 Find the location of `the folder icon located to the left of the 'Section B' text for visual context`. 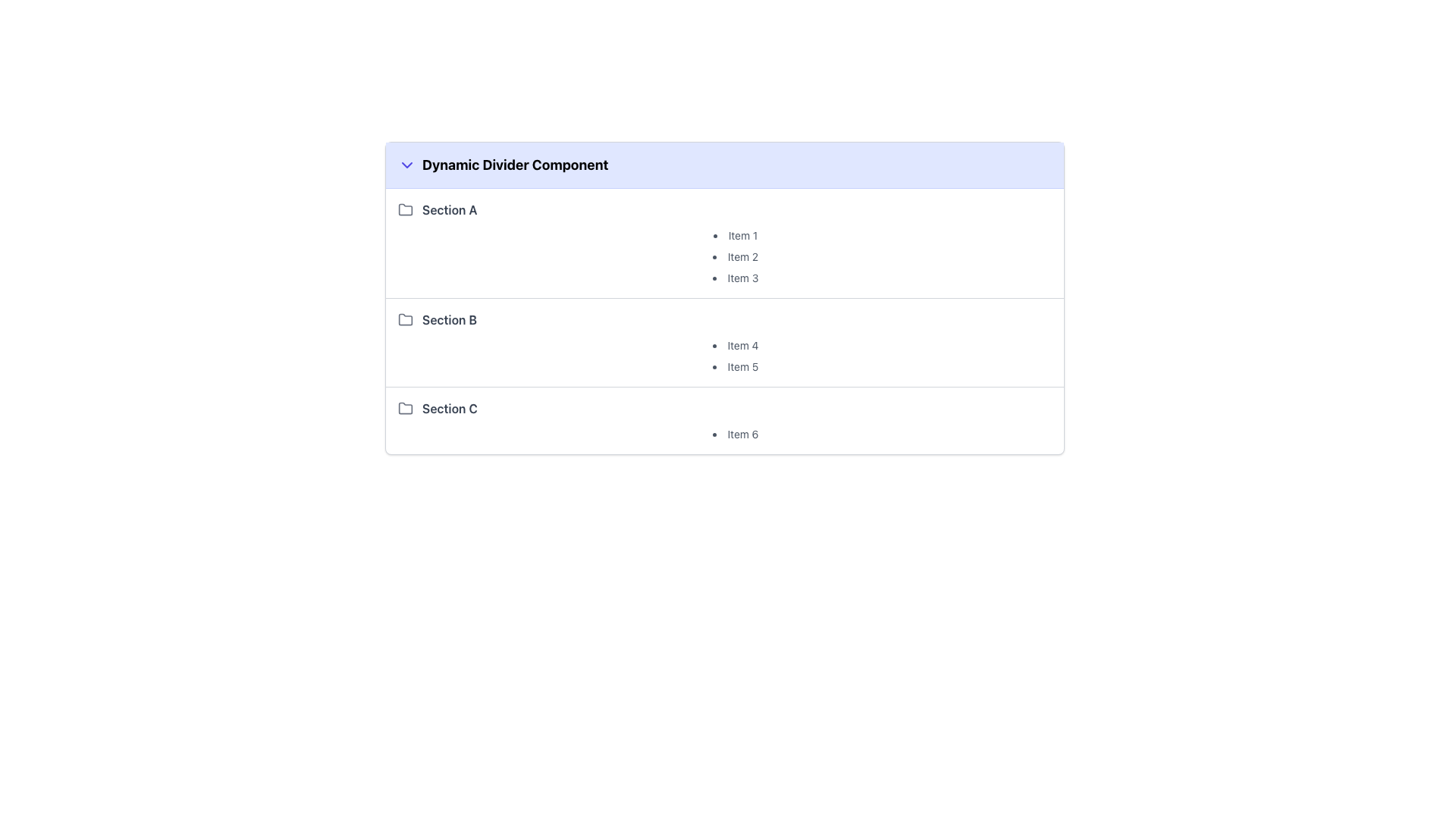

the folder icon located to the left of the 'Section B' text for visual context is located at coordinates (405, 318).